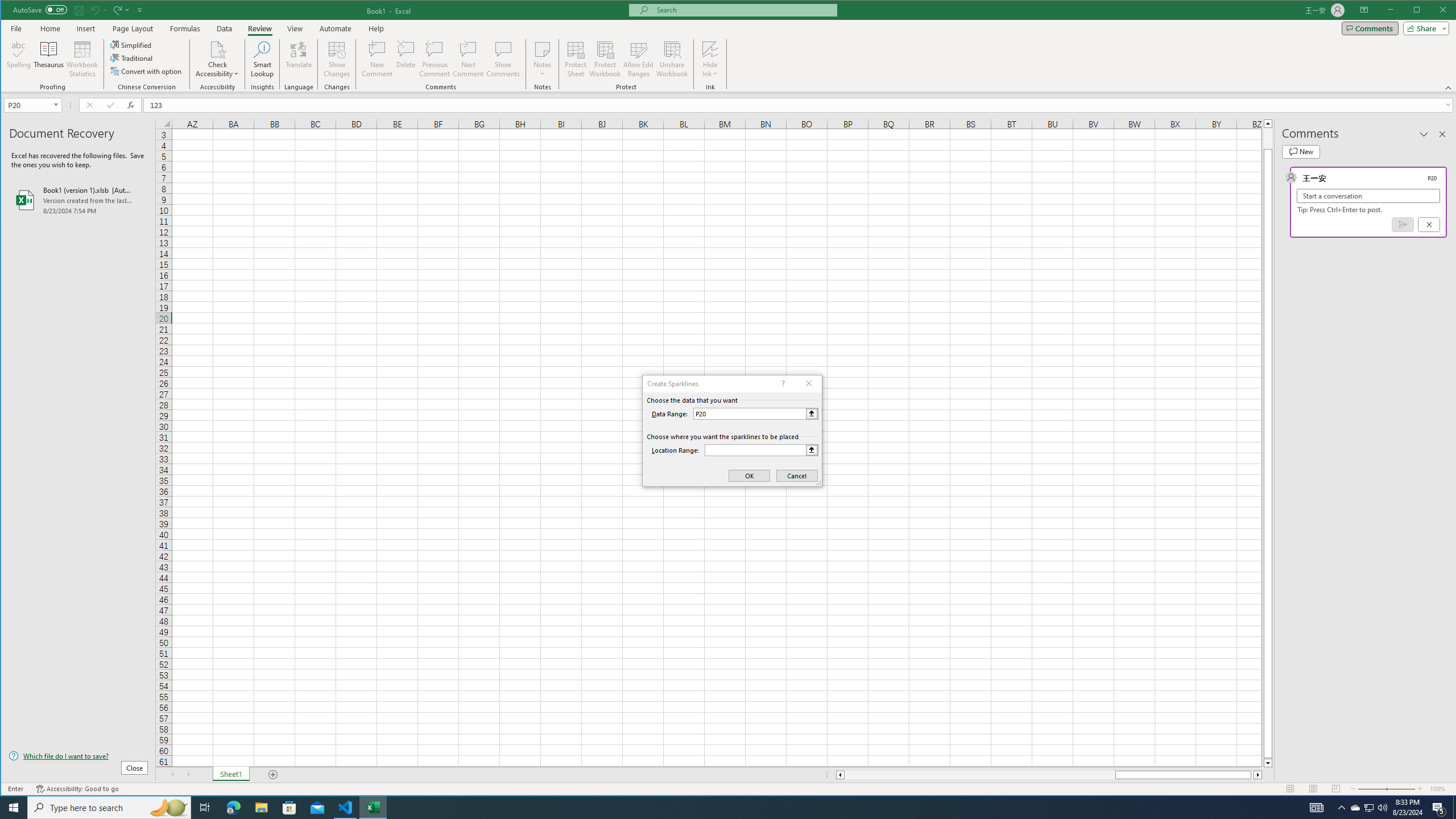  Describe the element at coordinates (78, 200) in the screenshot. I see `'Book1 (version 1).xlsb  [AutoRecovered]'` at that location.